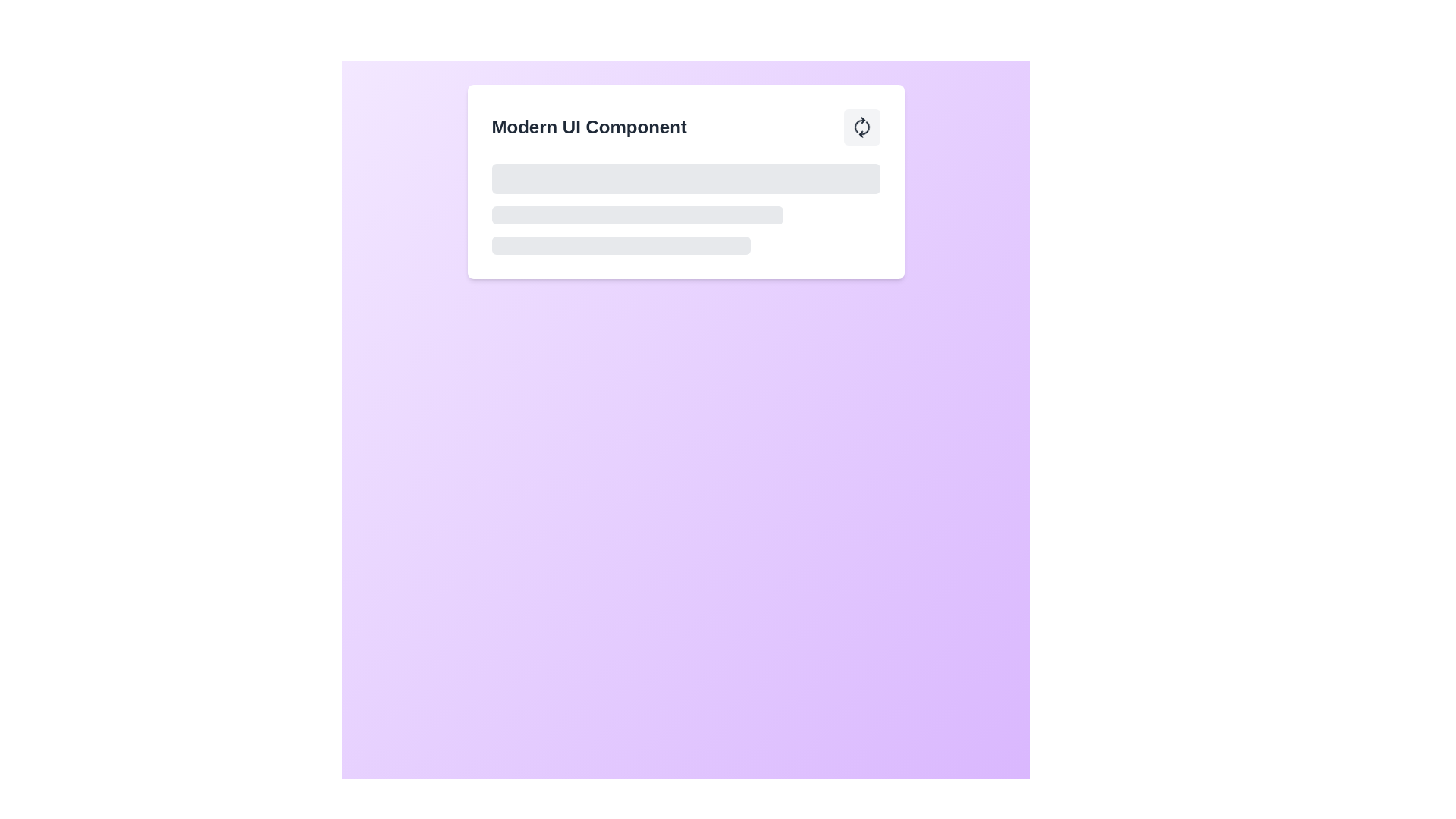 The height and width of the screenshot is (819, 1456). I want to click on the placeholder element located directly below the 'Modern UI Component' title, which signifies a loading state or reserved space for future content, so click(685, 177).